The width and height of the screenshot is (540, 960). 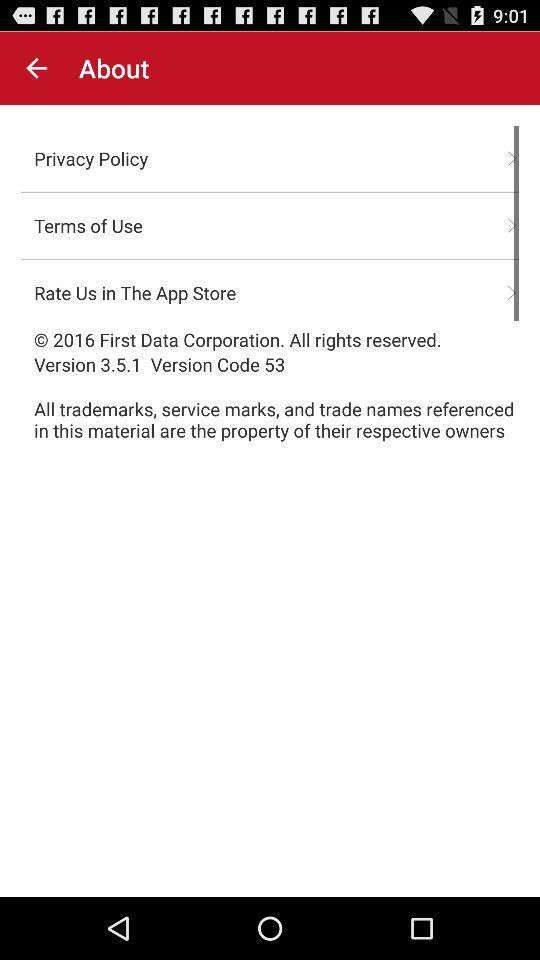 I want to click on app next to the about app, so click(x=36, y=68).